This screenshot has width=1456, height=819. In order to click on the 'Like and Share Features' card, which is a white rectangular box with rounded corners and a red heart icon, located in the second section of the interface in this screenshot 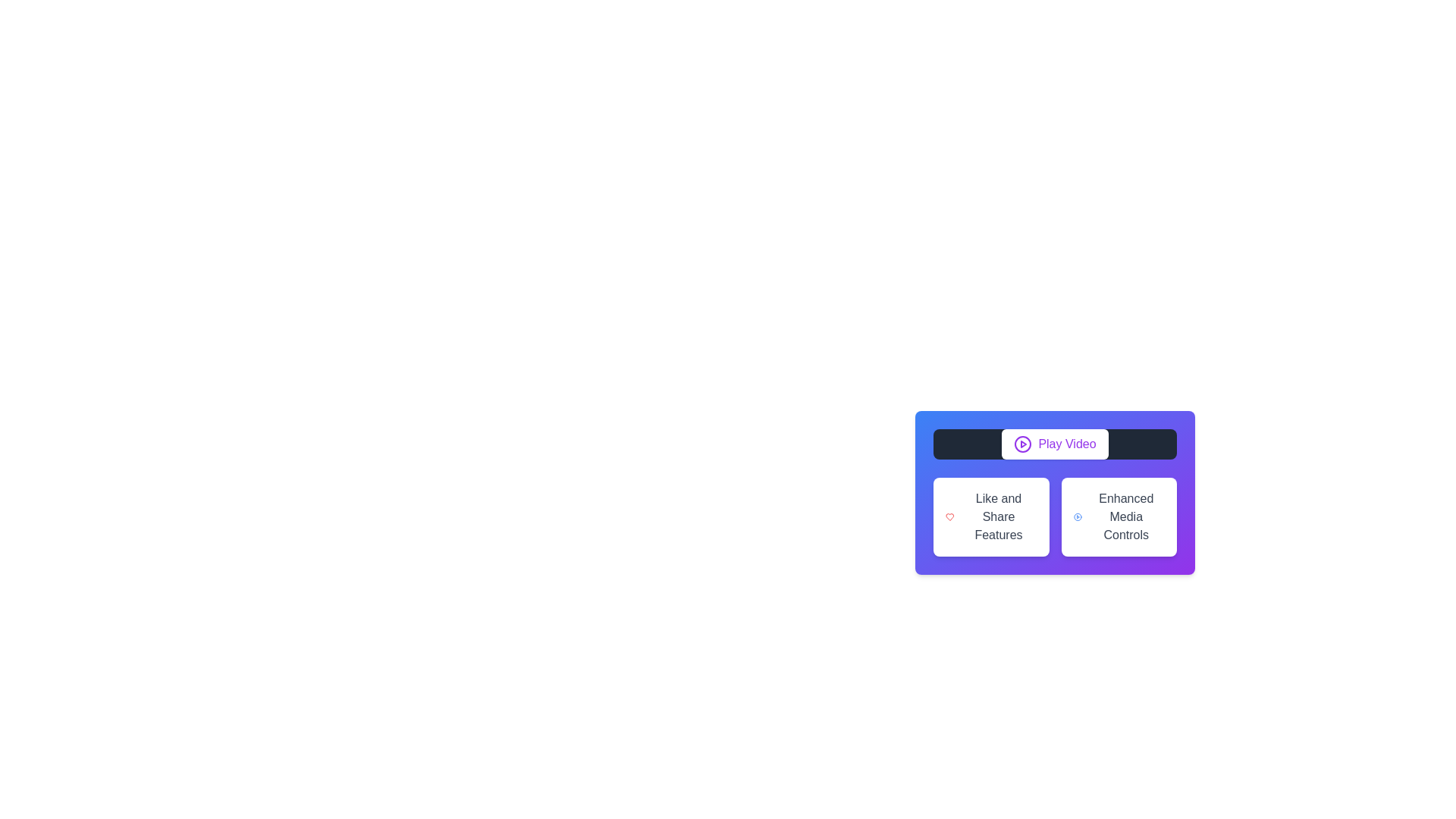, I will do `click(990, 516)`.